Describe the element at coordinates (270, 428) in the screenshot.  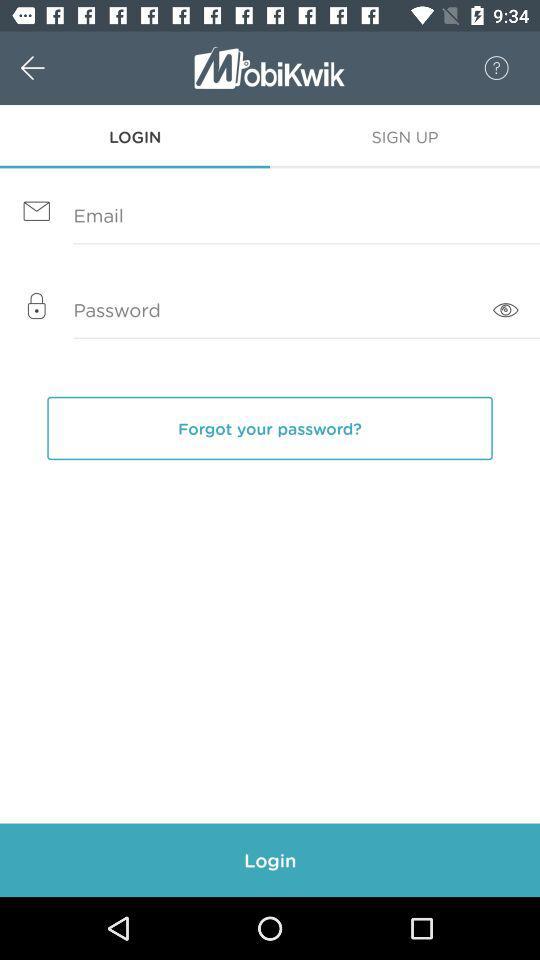
I see `forgot your password? item` at that location.